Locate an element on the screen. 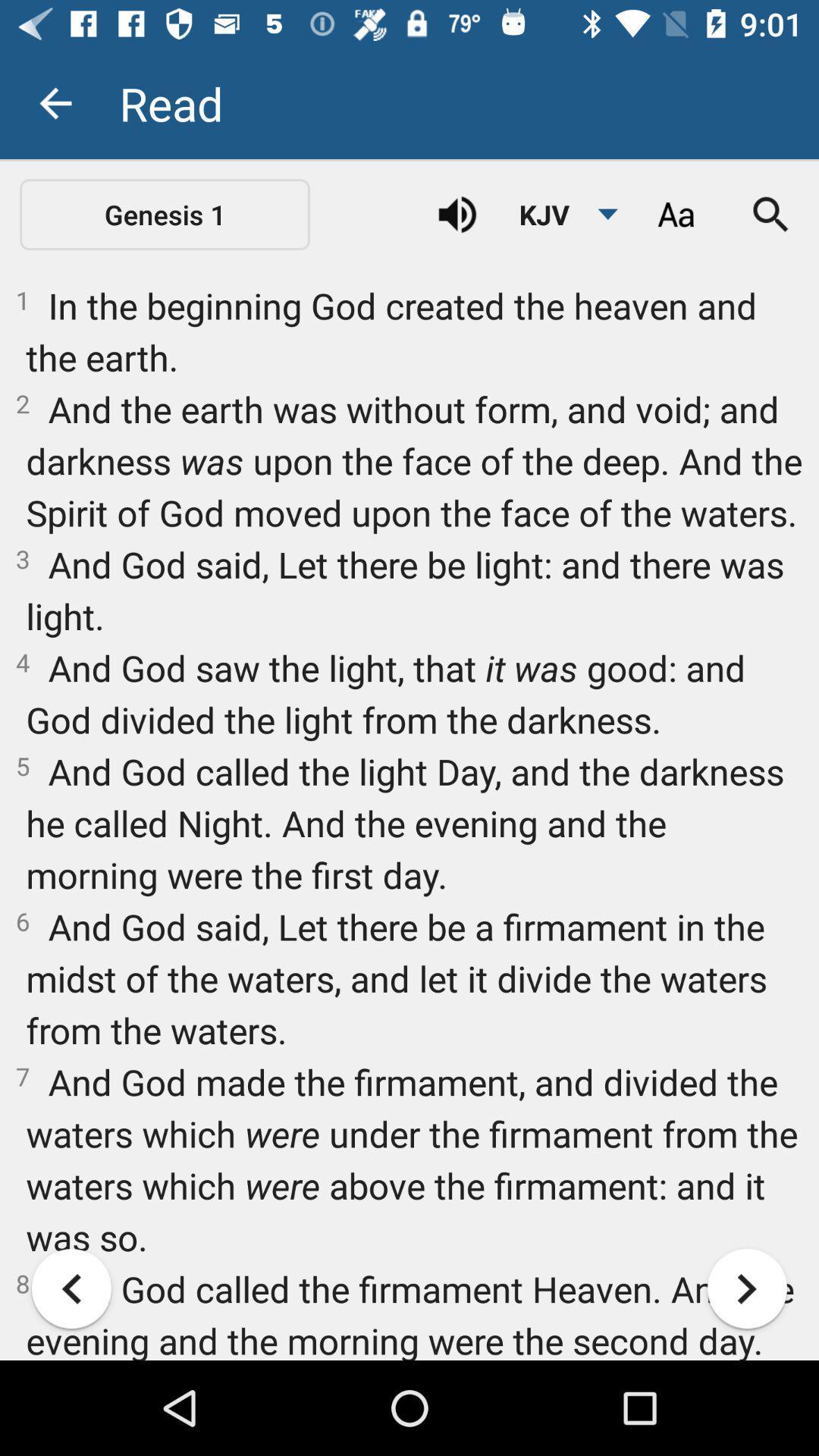  item at the bottom right corner is located at coordinates (746, 1288).